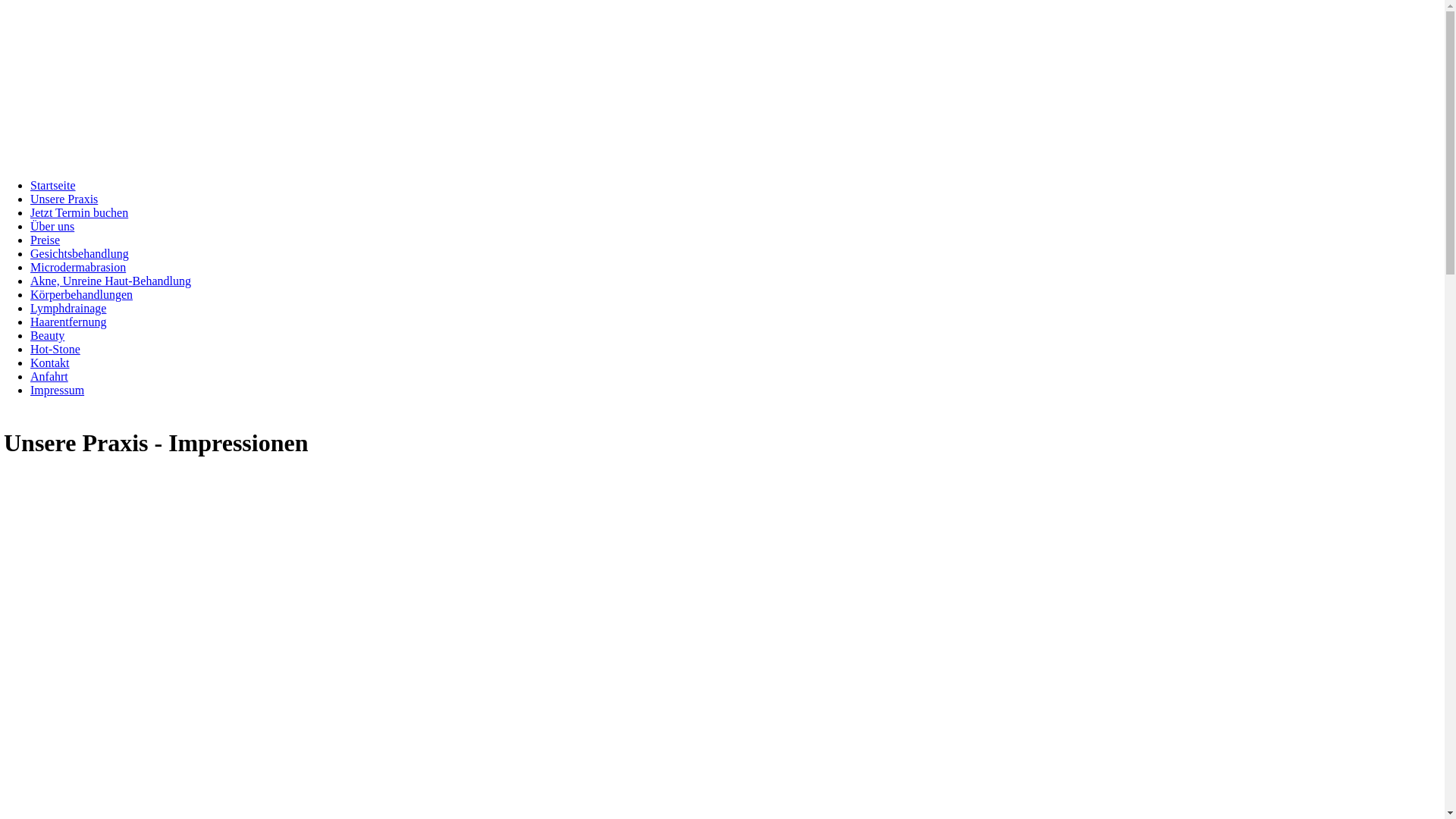 This screenshot has width=1456, height=819. What do you see at coordinates (45, 239) in the screenshot?
I see `'Preise'` at bounding box center [45, 239].